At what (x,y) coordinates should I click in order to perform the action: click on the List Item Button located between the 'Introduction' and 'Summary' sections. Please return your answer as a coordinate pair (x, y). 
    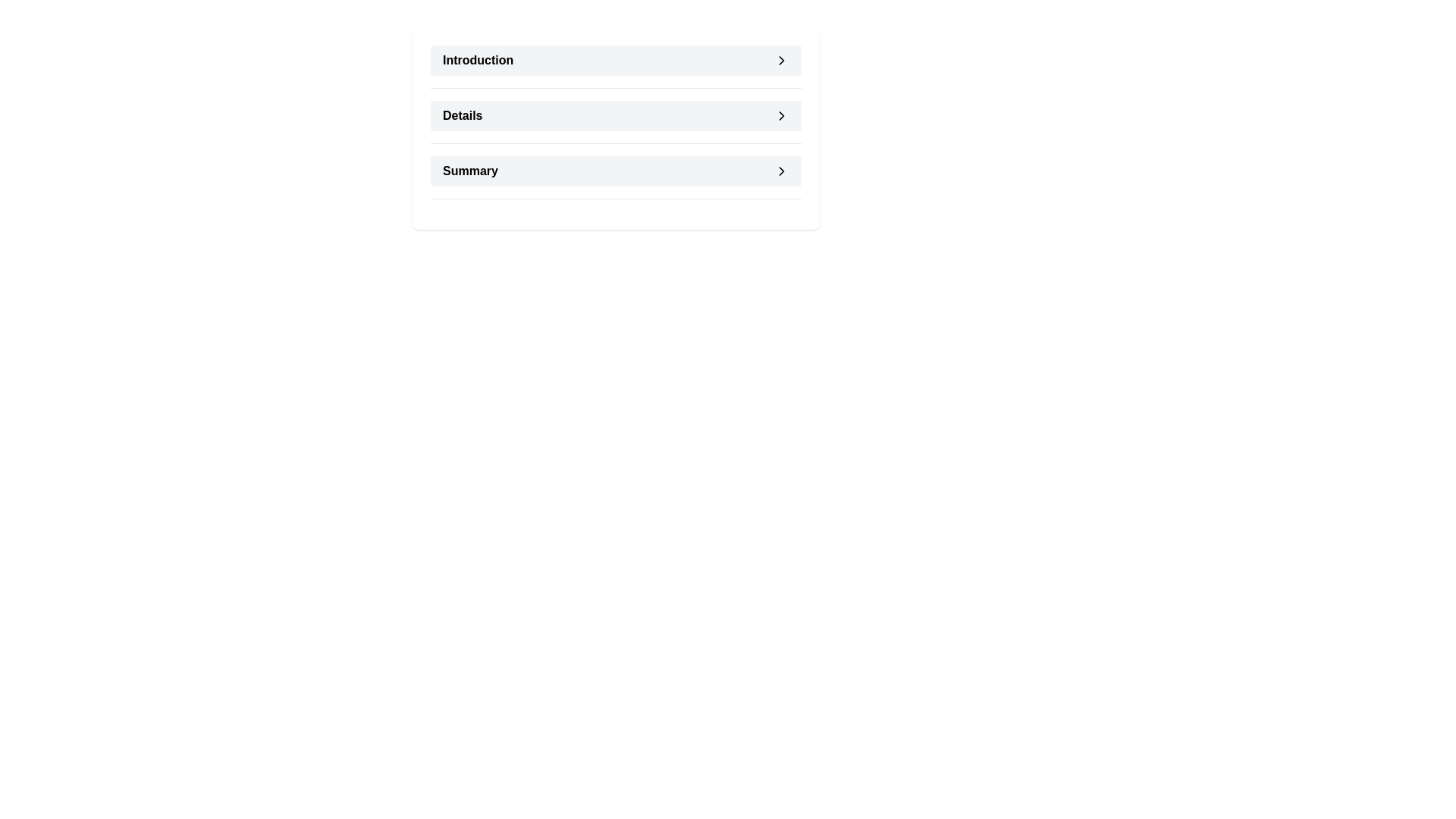
    Looking at the image, I should click on (616, 121).